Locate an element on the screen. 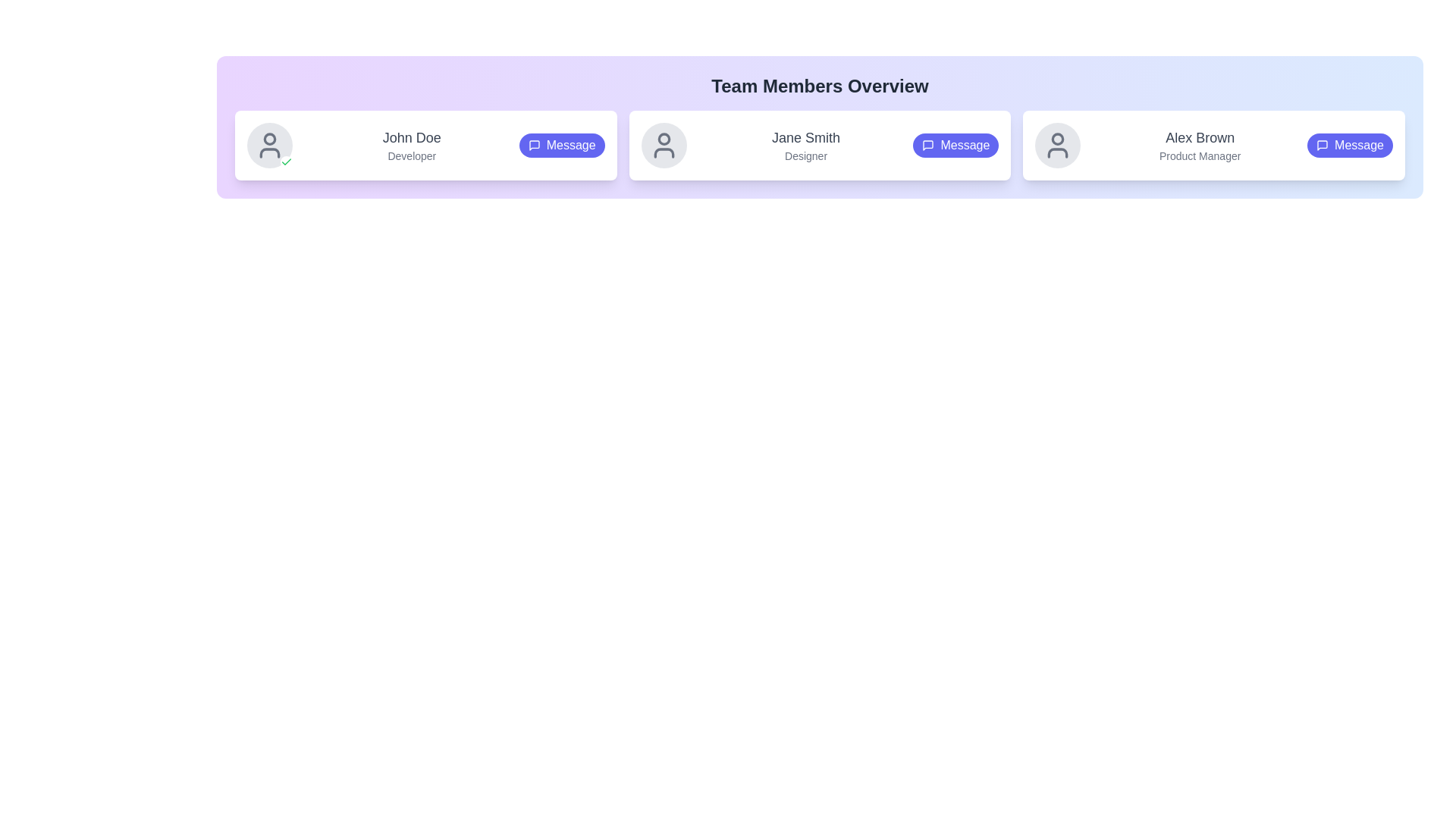 The image size is (1456, 819). the user avatar icon for 'Alex Brown', which is a gray circular figure located in the top-left corner of the profile card in the 'Team Members Overview' section is located at coordinates (1057, 146).